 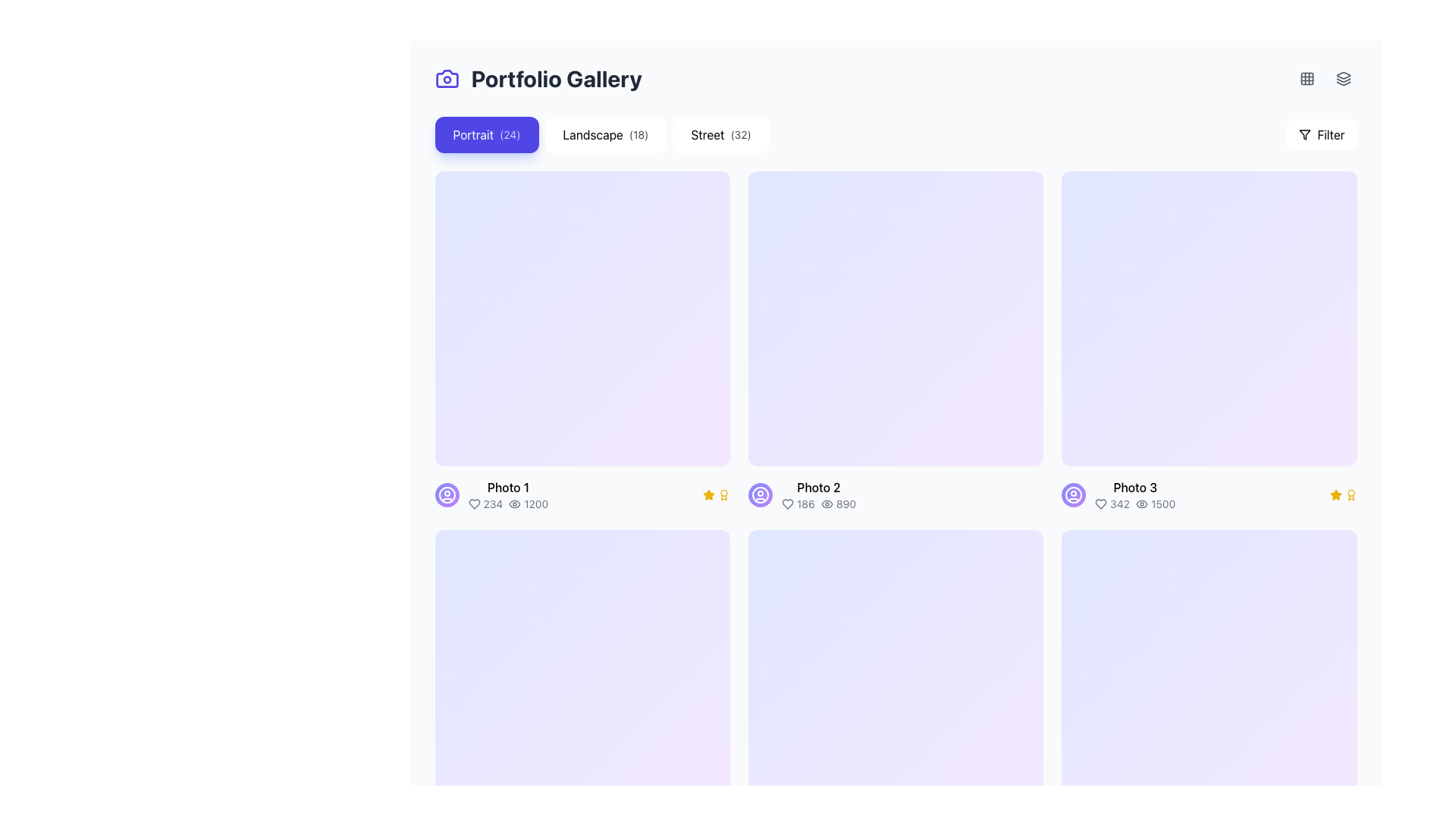 I want to click on numerical statistics displayed for likes and views in the Statistic display located at the bottom center of the 'Photo 2' section, so click(x=817, y=504).